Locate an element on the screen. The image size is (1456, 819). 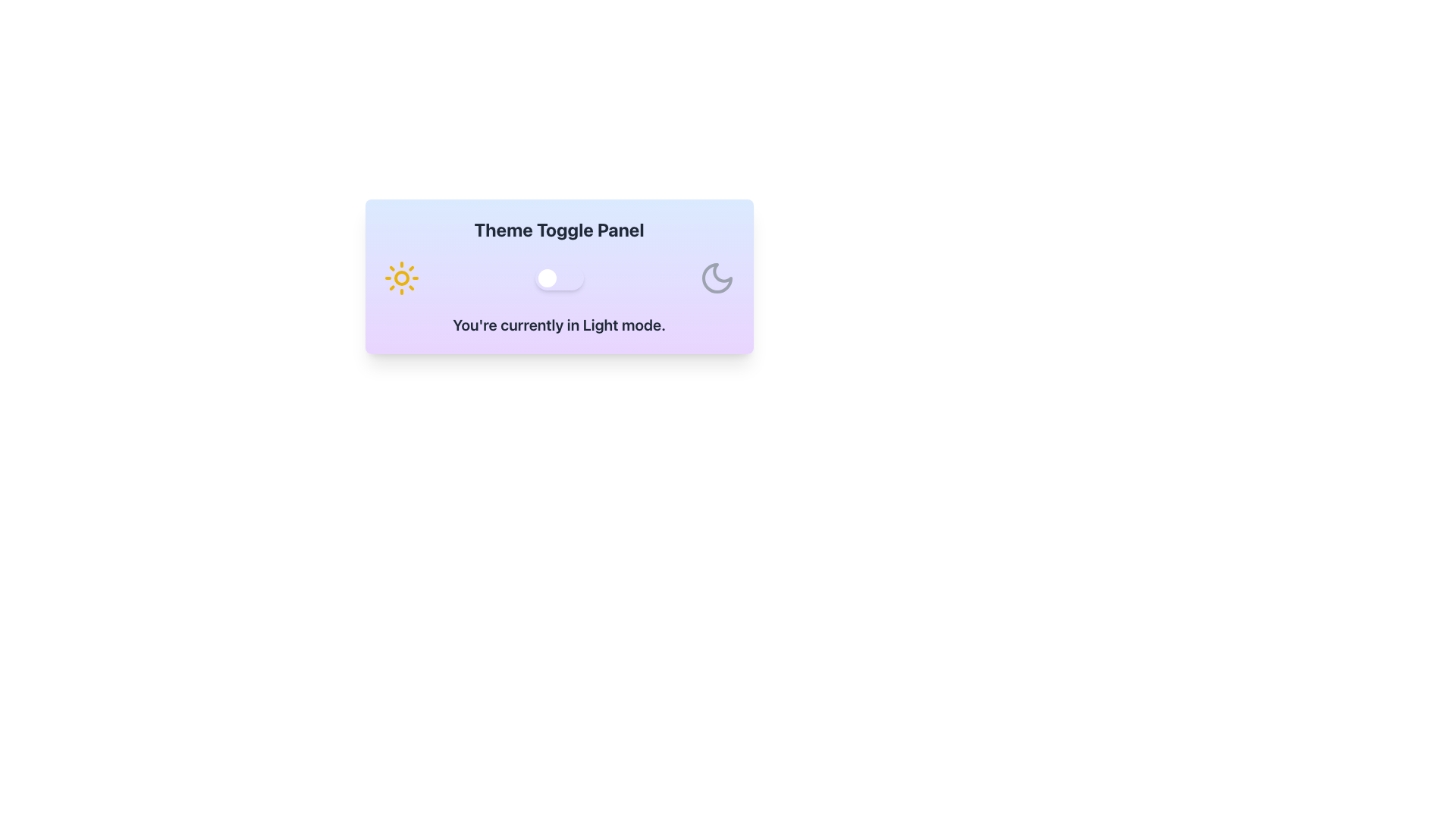
the light mode icon located in the top-left corner of the 'Theme Toggle Panel' for interaction is located at coordinates (401, 278).